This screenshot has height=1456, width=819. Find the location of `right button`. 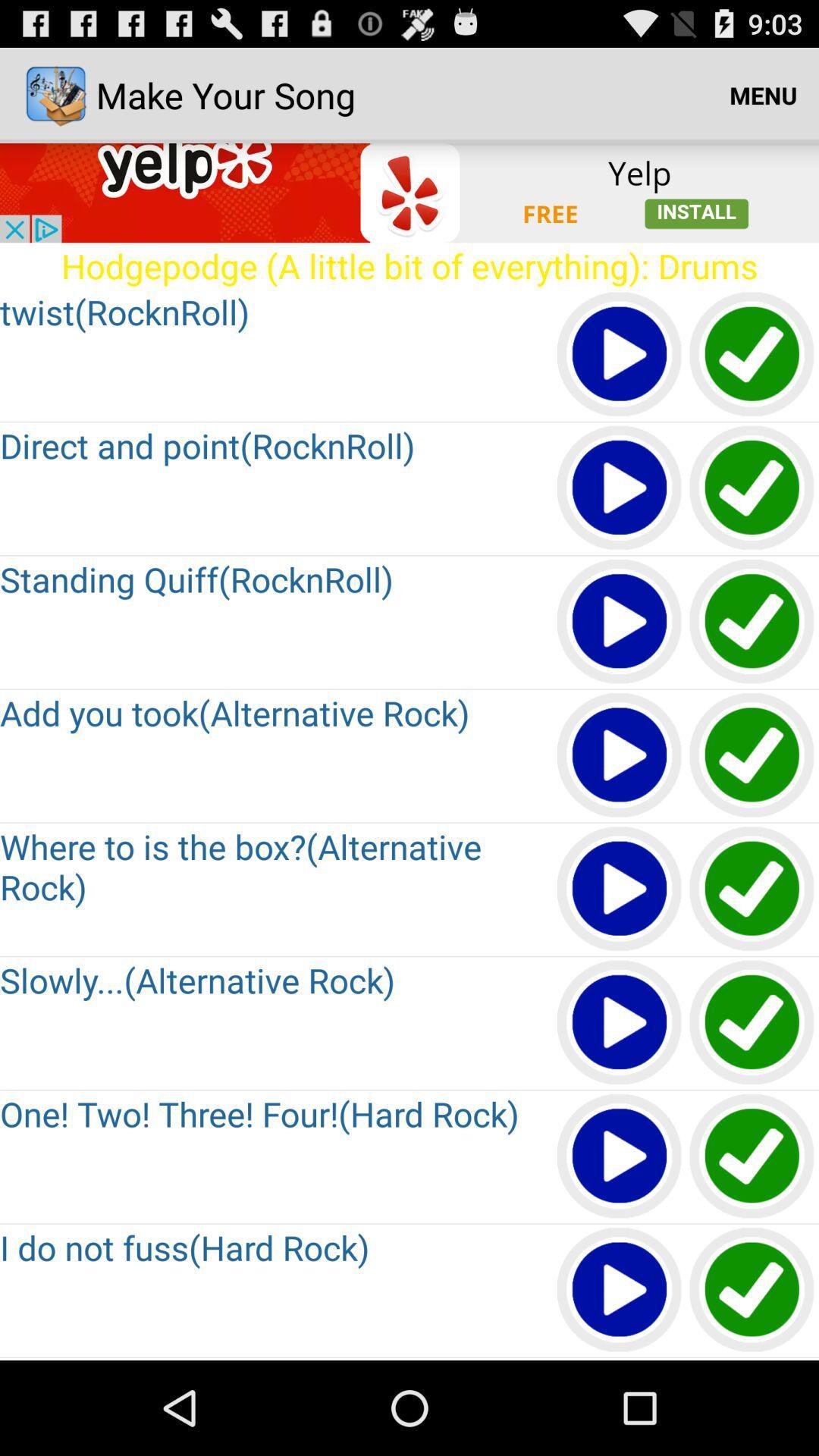

right button is located at coordinates (752, 756).